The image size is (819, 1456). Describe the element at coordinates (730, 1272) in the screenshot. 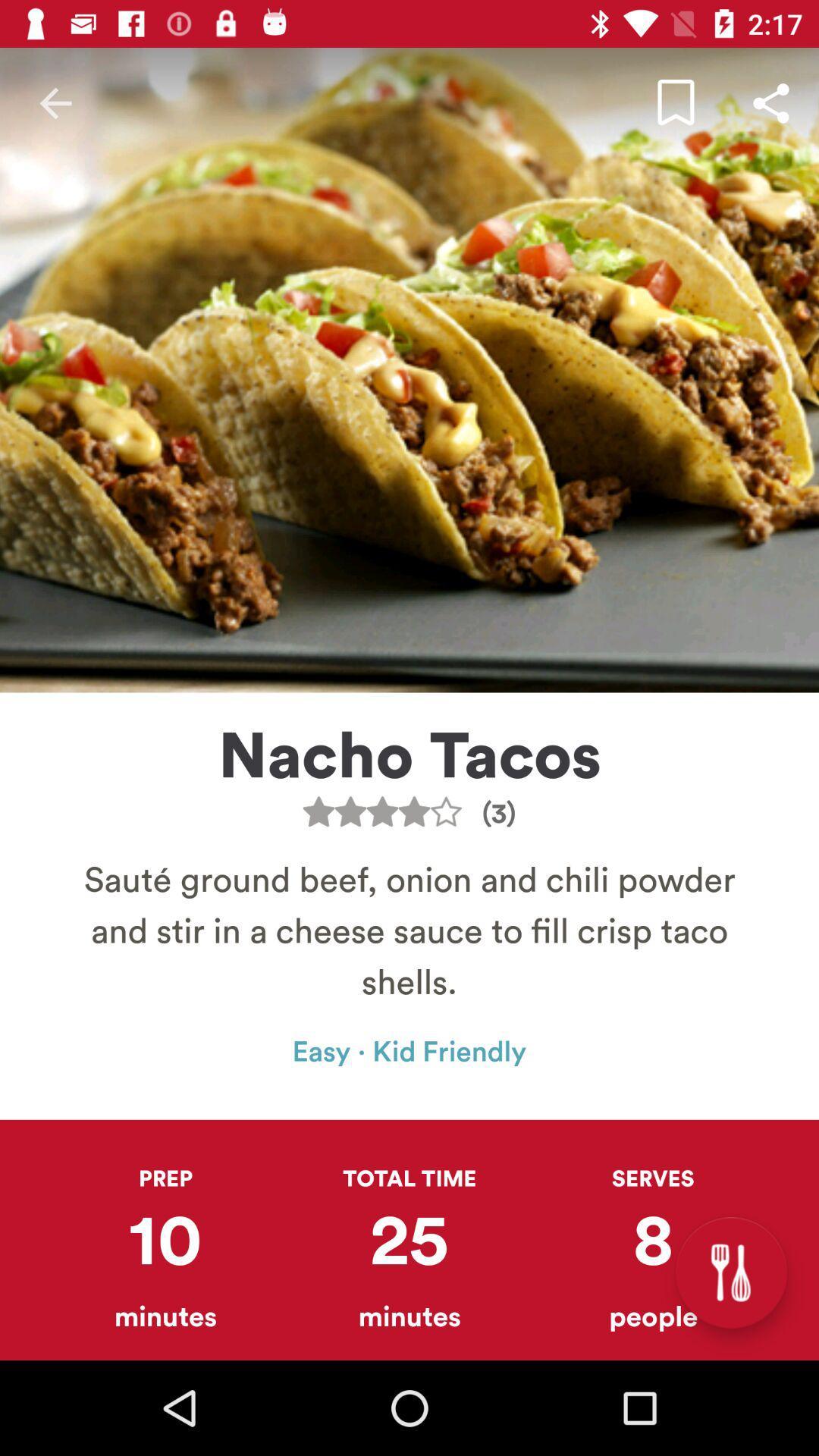

I see `the icon below the serves item` at that location.